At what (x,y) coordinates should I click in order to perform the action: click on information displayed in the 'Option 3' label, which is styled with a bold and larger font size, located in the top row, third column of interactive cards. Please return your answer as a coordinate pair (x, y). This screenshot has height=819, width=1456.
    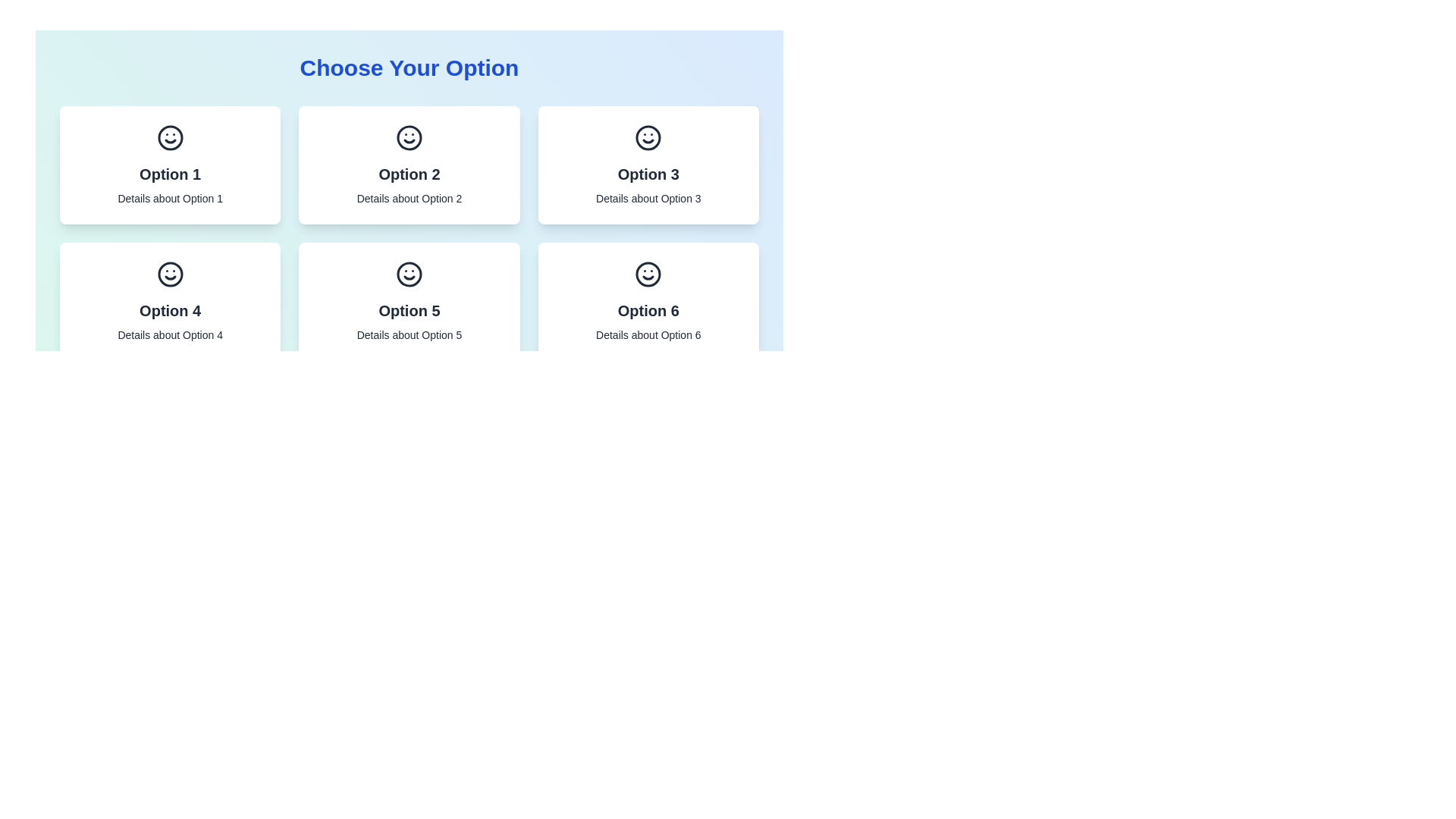
    Looking at the image, I should click on (648, 174).